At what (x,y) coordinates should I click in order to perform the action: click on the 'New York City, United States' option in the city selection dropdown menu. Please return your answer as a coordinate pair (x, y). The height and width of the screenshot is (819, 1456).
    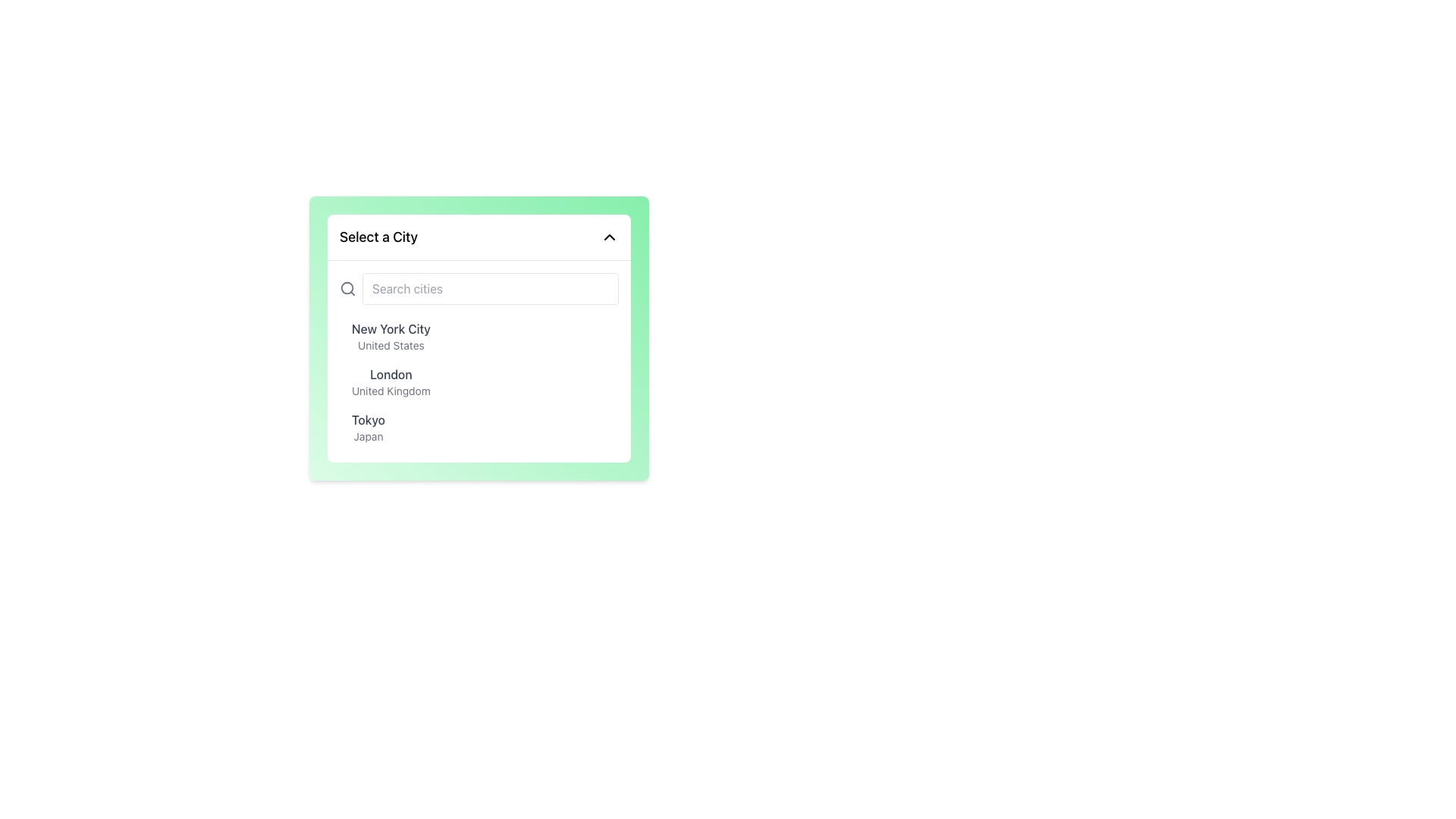
    Looking at the image, I should click on (391, 335).